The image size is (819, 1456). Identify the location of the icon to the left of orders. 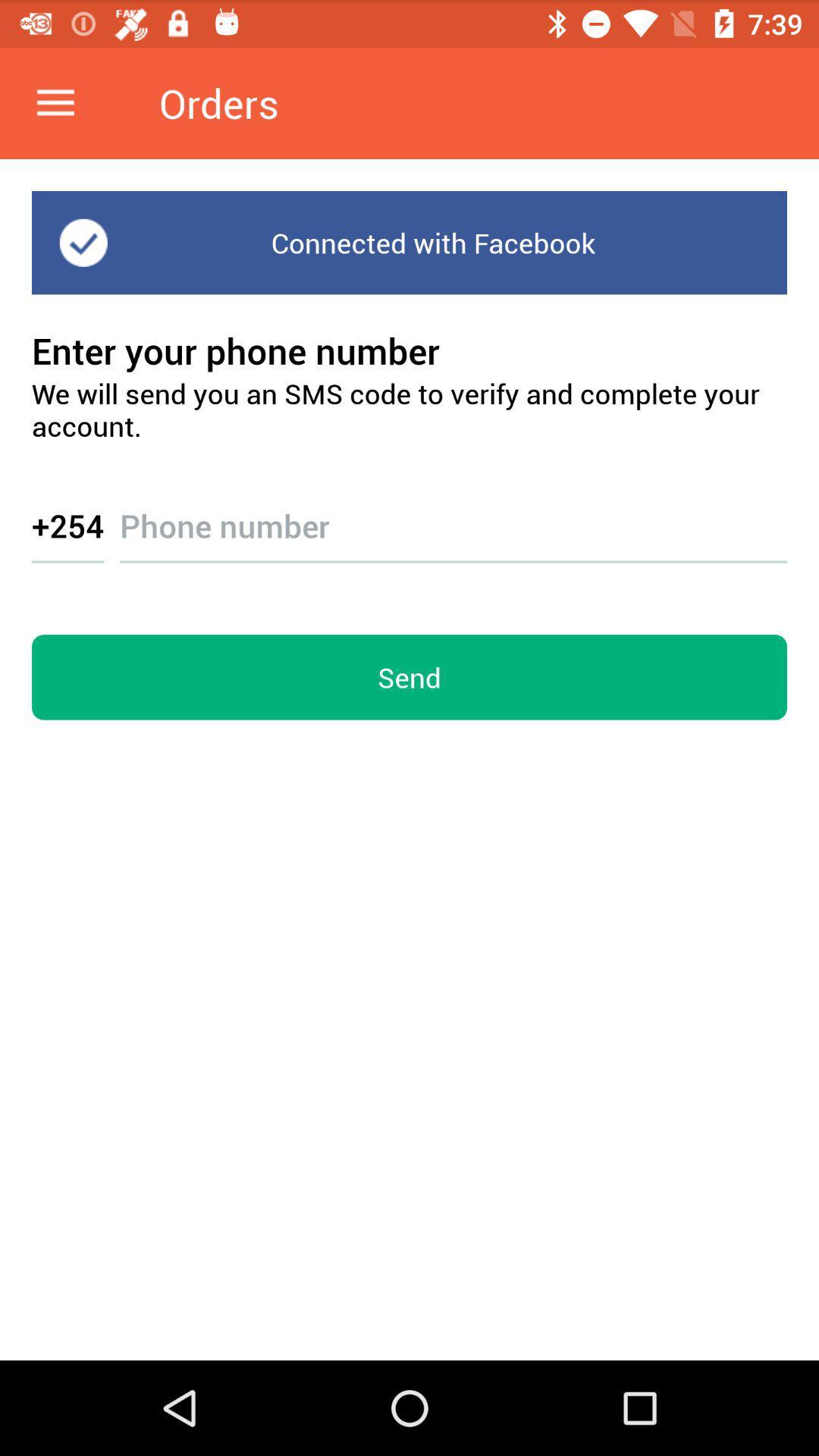
(55, 102).